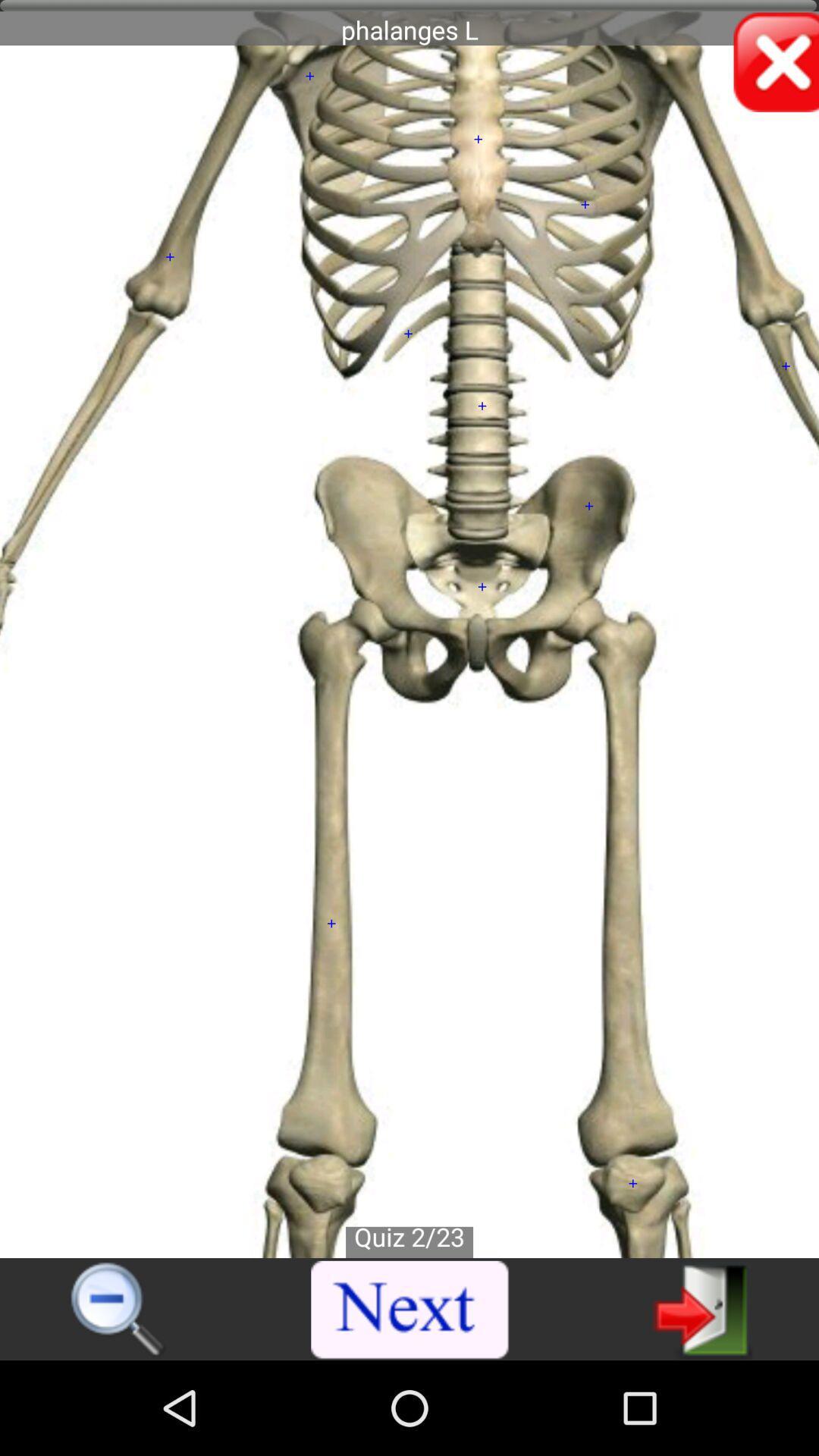 The width and height of the screenshot is (819, 1456). What do you see at coordinates (118, 1310) in the screenshot?
I see `zoom out` at bounding box center [118, 1310].